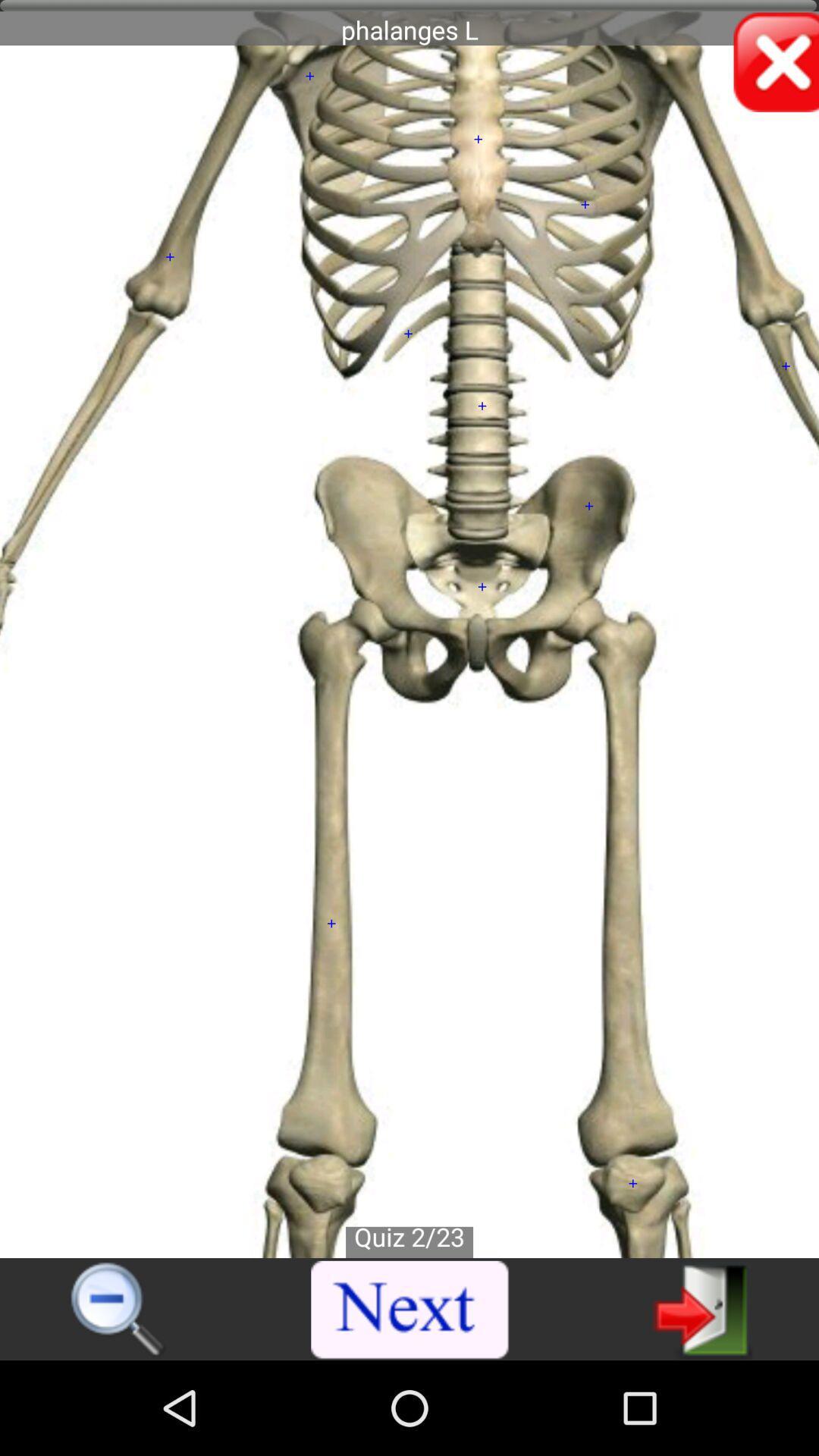 The width and height of the screenshot is (819, 1456). What do you see at coordinates (118, 1310) in the screenshot?
I see `zoom out` at bounding box center [118, 1310].